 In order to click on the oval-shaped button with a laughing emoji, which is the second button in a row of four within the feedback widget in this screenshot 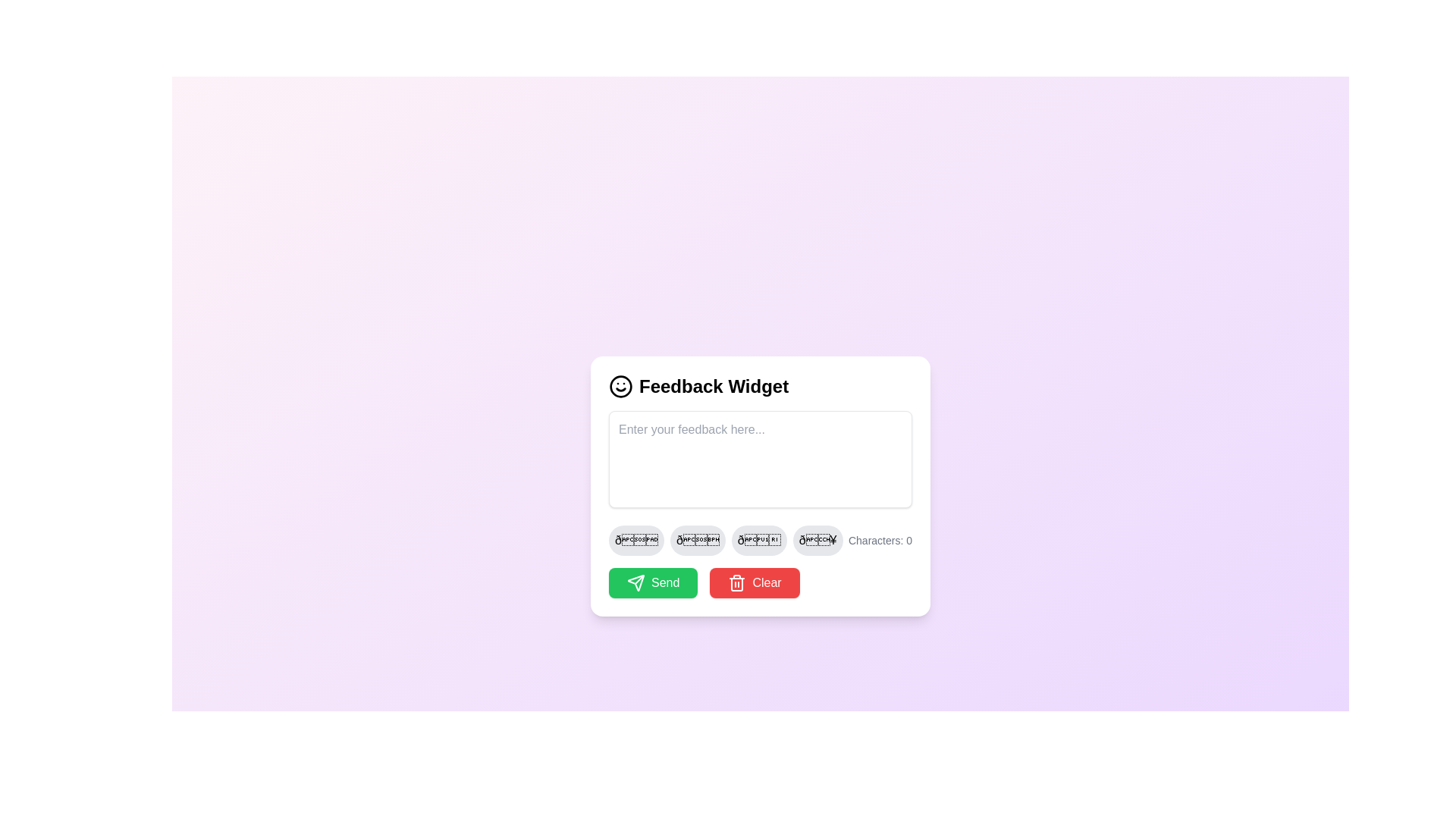, I will do `click(697, 539)`.